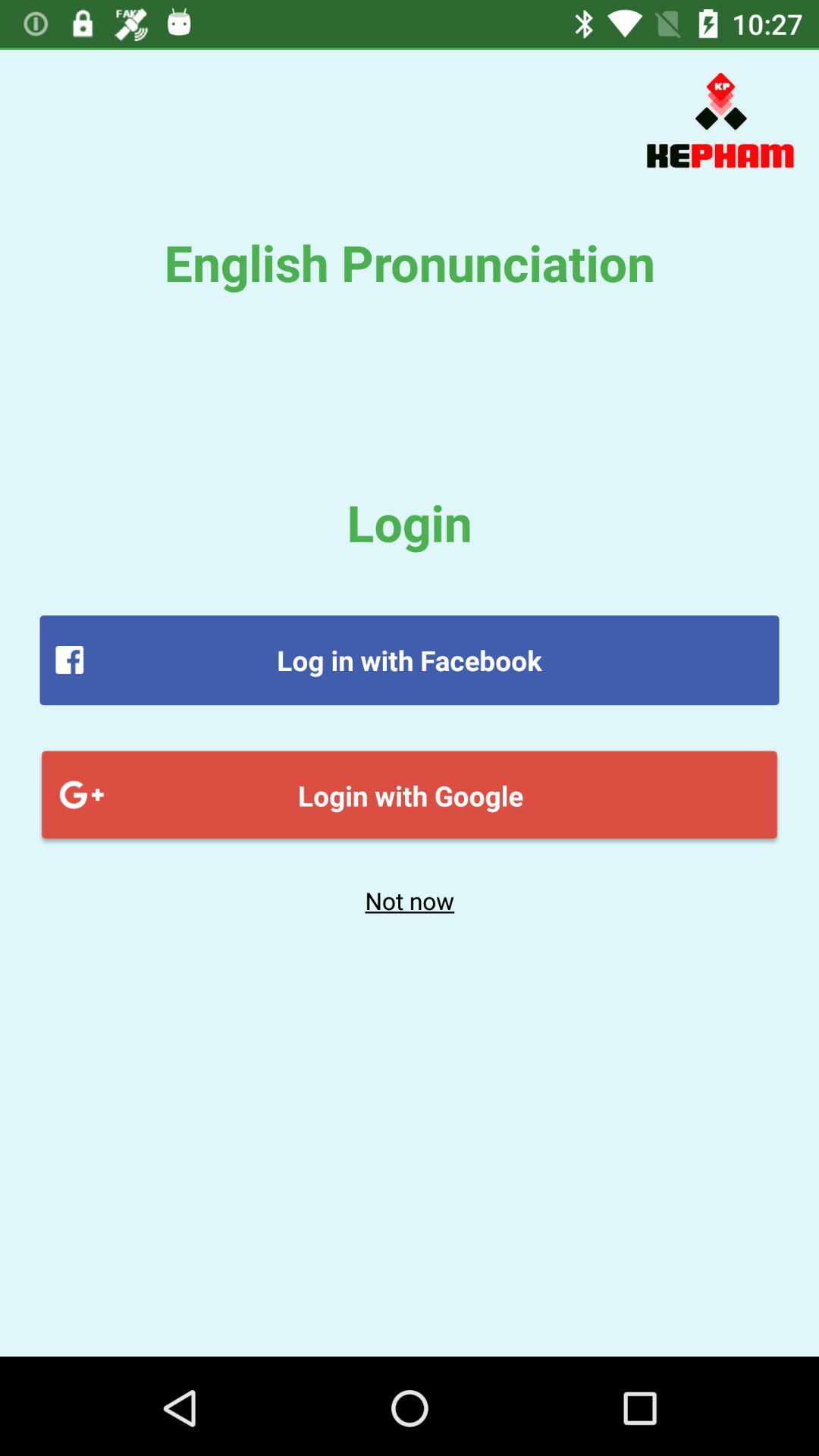  I want to click on the item below login item, so click(409, 660).